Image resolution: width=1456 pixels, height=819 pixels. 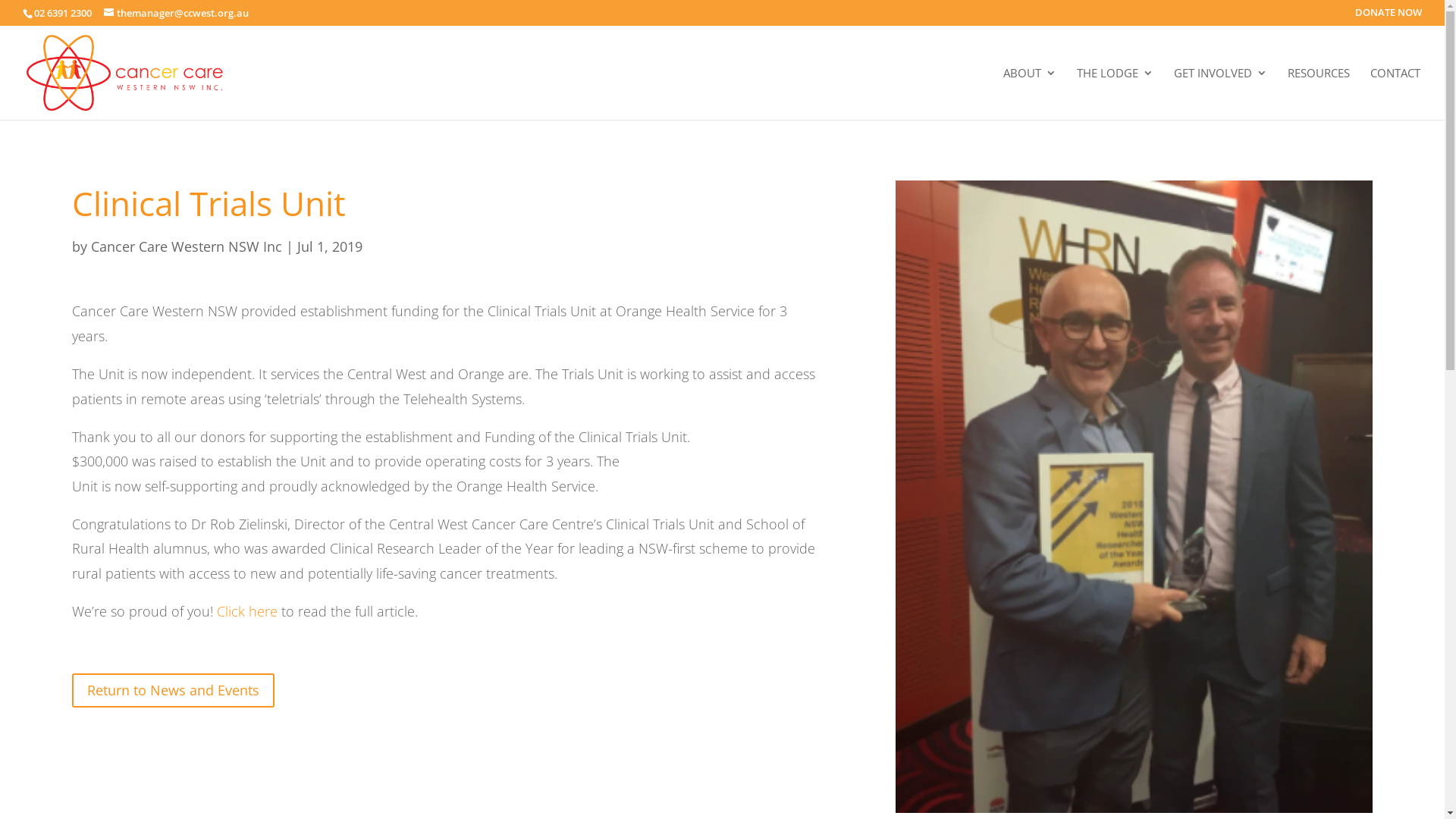 I want to click on 'Click here', so click(x=247, y=610).